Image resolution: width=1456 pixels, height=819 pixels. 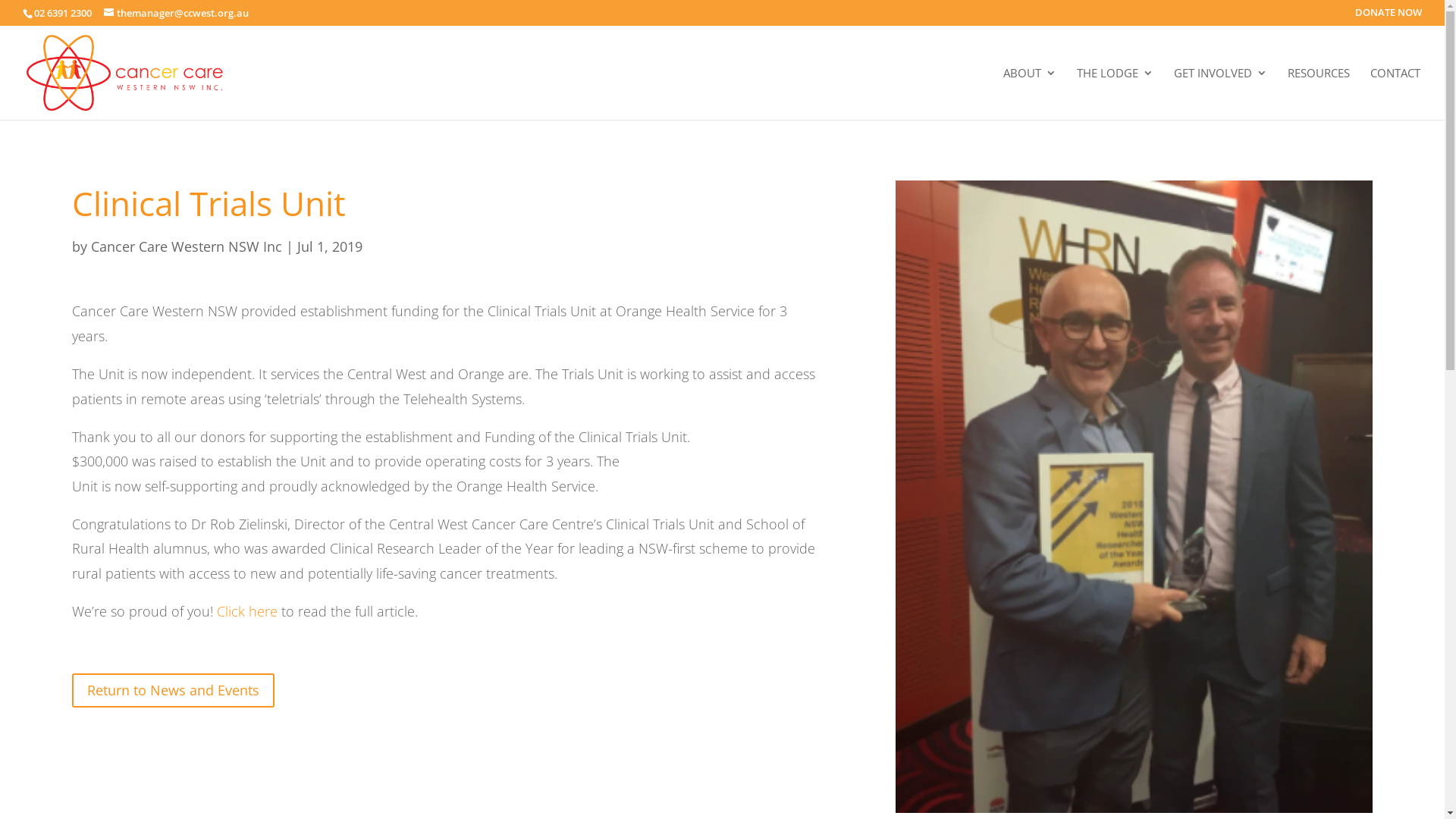 I want to click on 'Click here', so click(x=247, y=610).